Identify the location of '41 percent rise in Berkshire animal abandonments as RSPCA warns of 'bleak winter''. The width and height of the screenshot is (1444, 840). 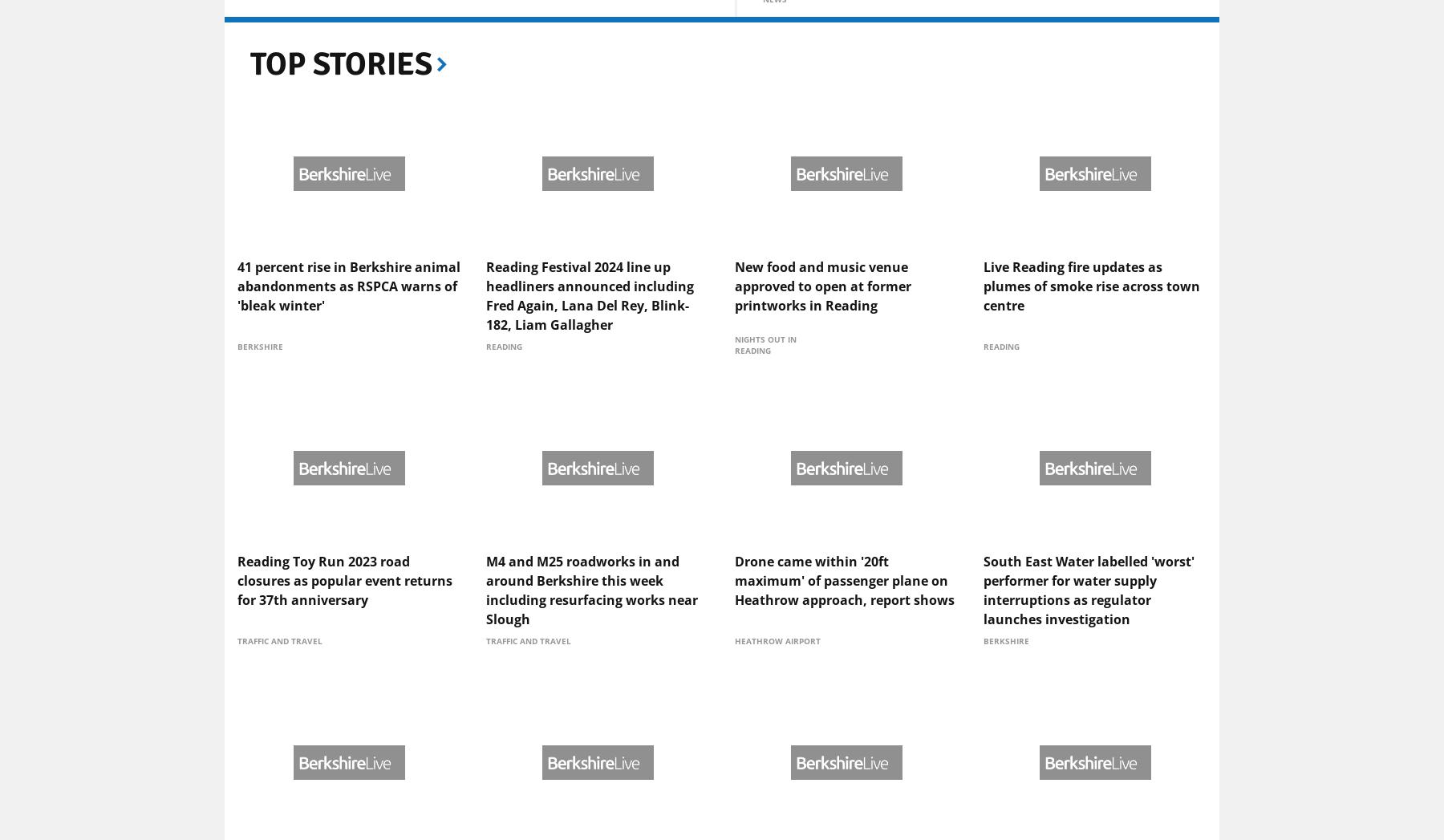
(236, 412).